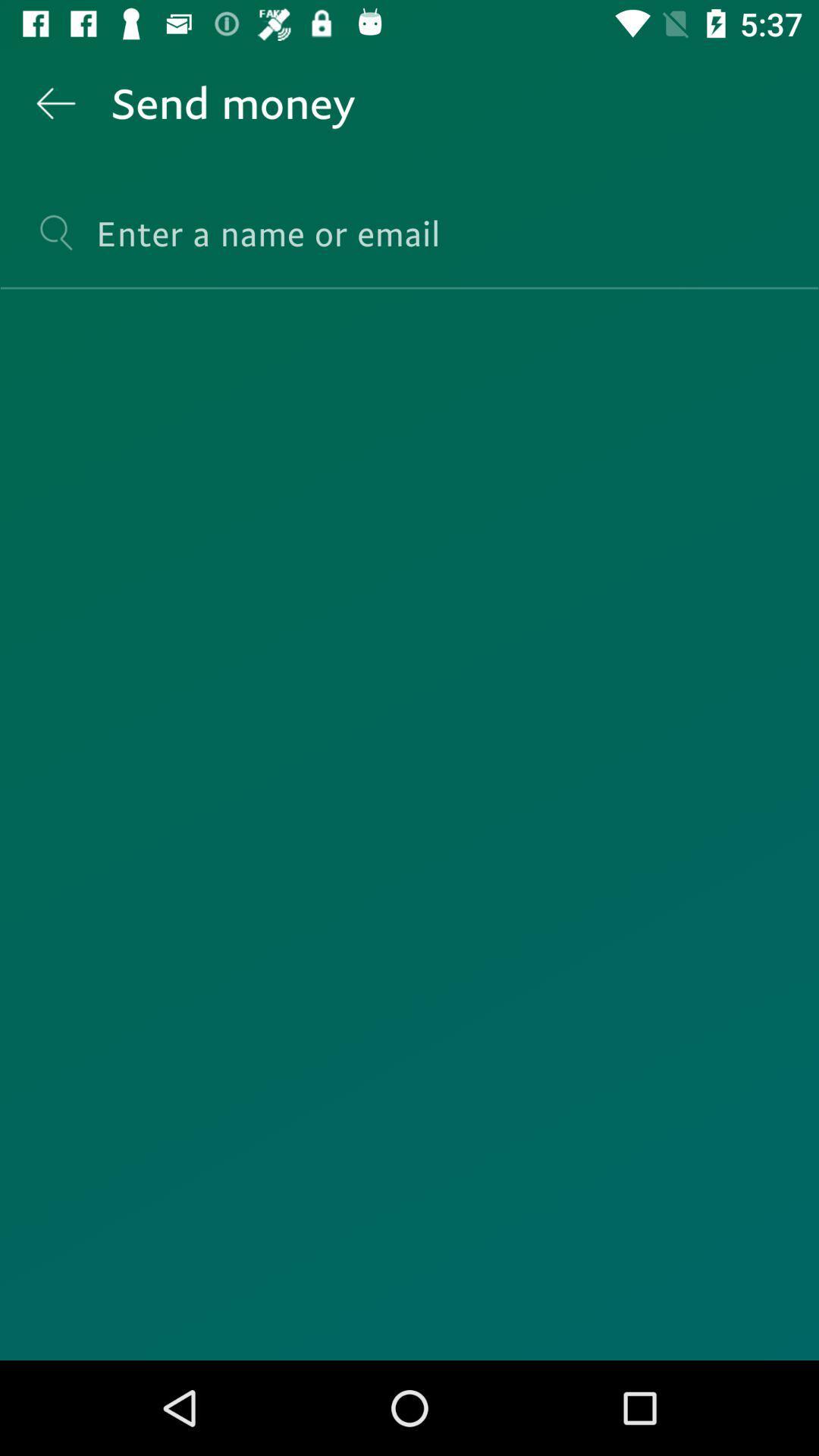 Image resolution: width=819 pixels, height=1456 pixels. What do you see at coordinates (55, 102) in the screenshot?
I see `icon to the left of send money icon` at bounding box center [55, 102].